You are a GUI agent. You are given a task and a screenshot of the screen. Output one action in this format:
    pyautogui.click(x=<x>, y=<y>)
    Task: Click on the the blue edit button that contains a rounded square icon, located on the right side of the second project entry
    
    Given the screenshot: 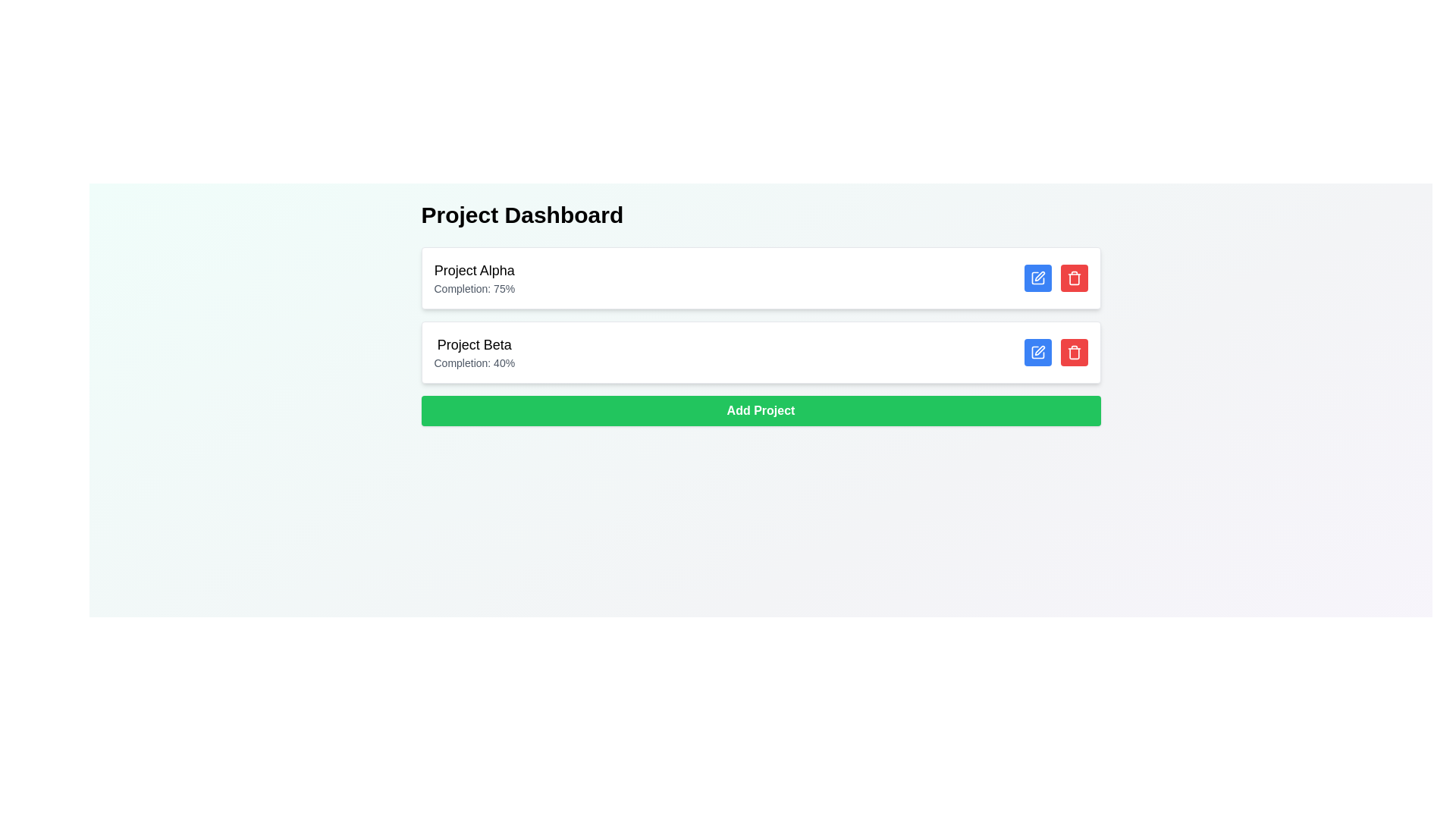 What is the action you would take?
    pyautogui.click(x=1037, y=278)
    